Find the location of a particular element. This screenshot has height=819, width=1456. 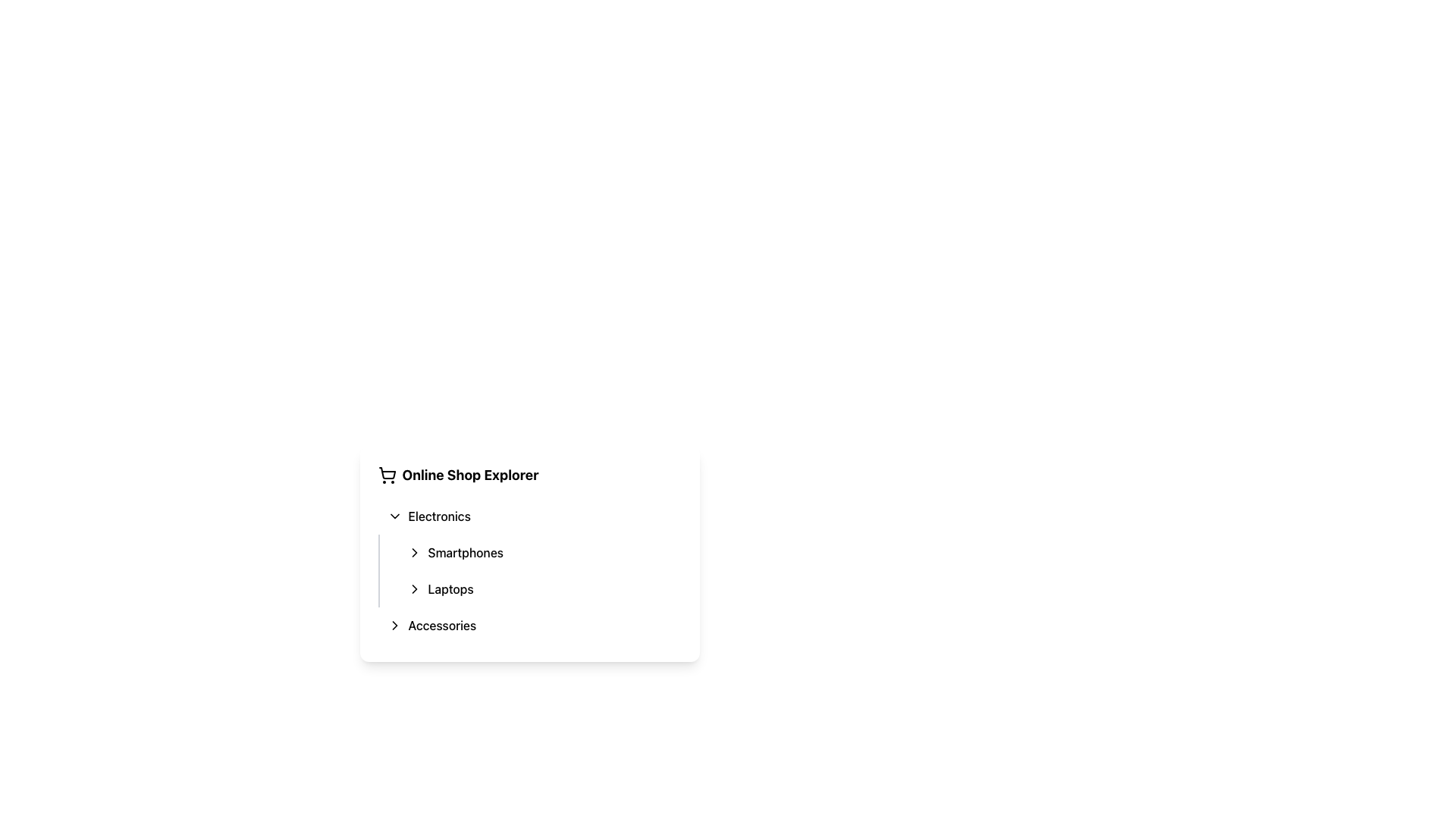

the 'Smartphones' label in the Electronics menu, which is styled in a medium-weight font and is adjacent to a rightward-chevron icon is located at coordinates (465, 553).